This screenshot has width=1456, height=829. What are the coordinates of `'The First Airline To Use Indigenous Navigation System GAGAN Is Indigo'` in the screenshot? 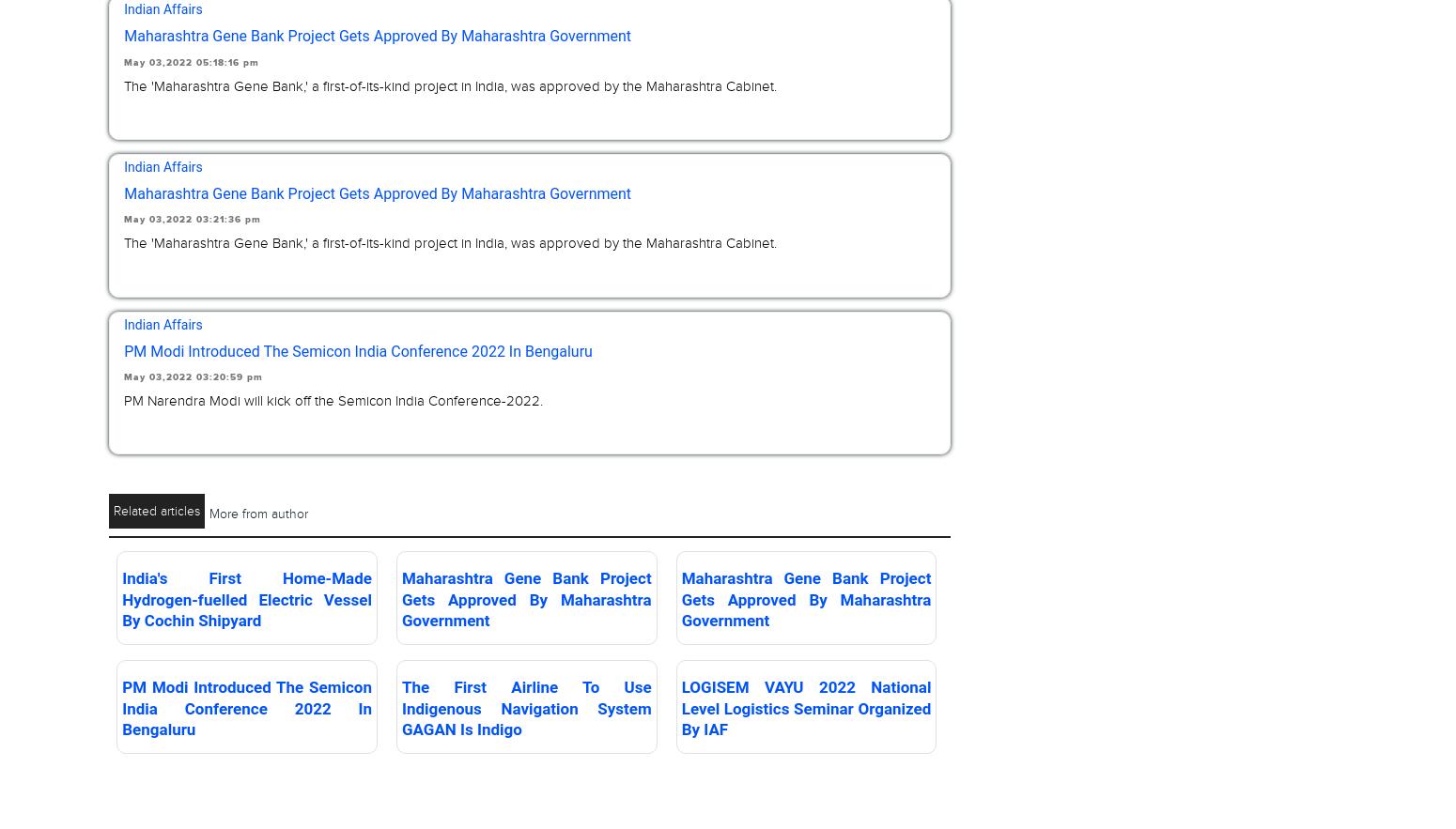 It's located at (526, 707).